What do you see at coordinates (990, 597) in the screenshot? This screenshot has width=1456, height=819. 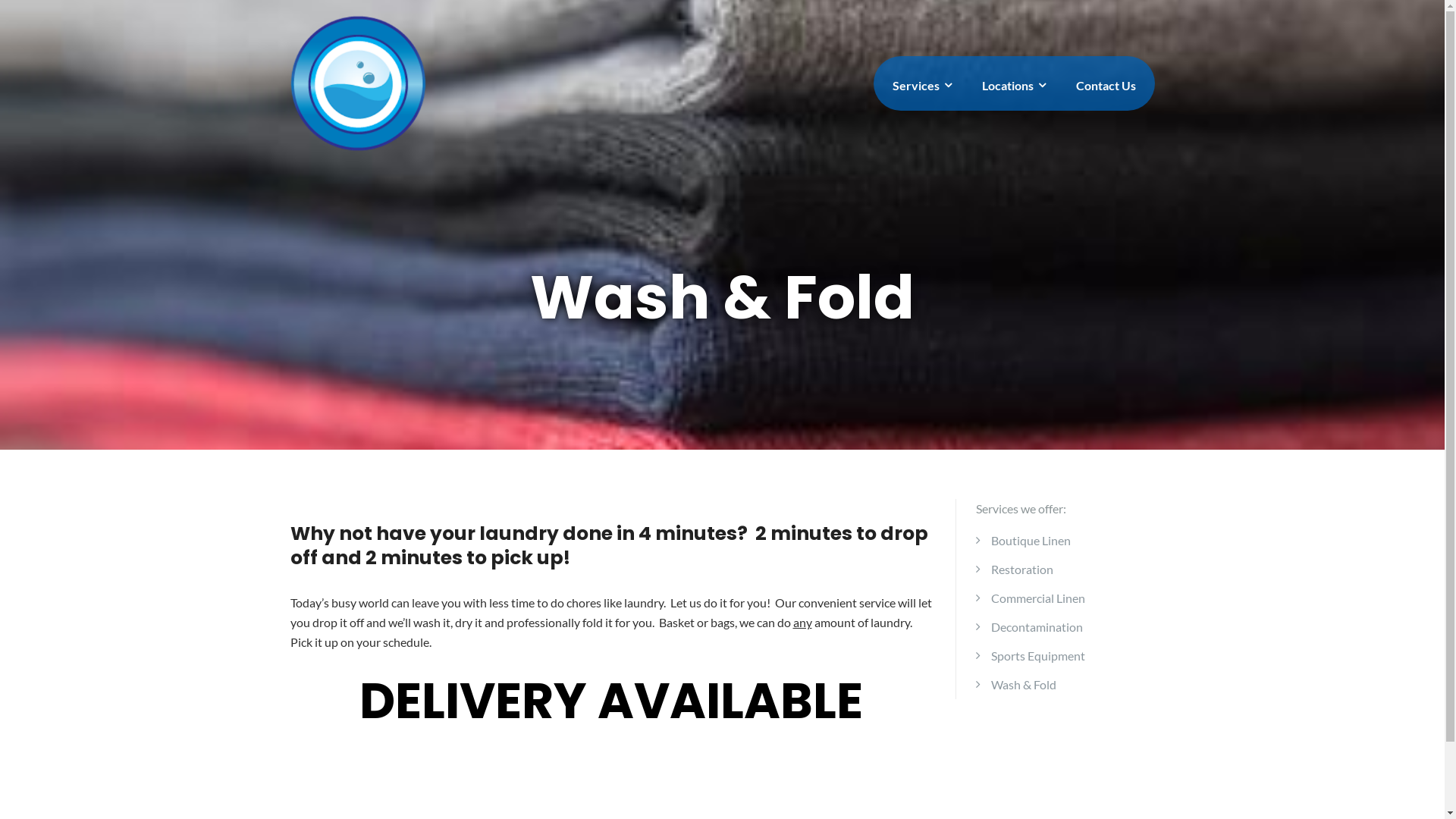 I see `'Commercial Linen'` at bounding box center [990, 597].